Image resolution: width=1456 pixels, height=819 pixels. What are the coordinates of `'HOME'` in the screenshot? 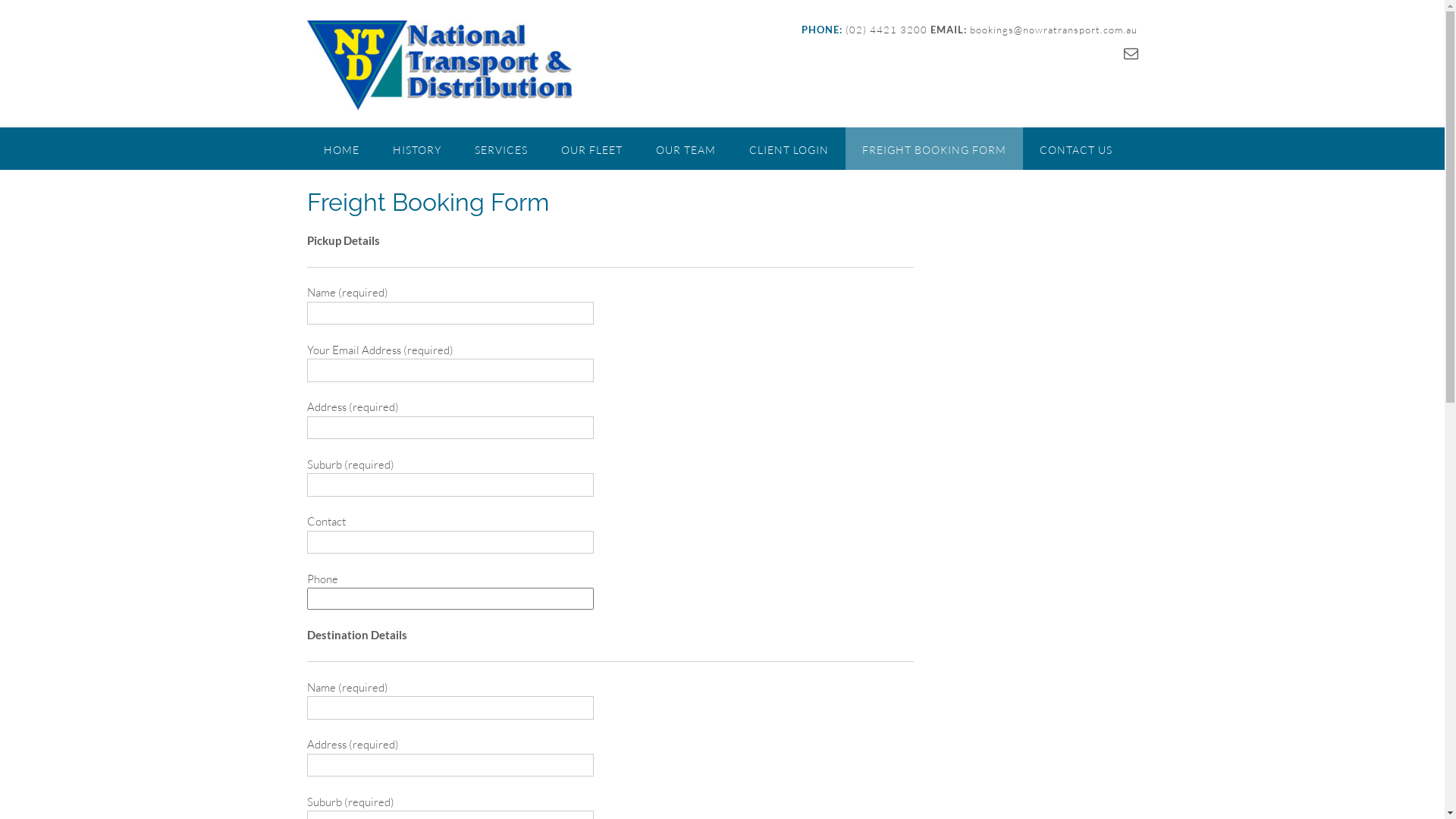 It's located at (305, 149).